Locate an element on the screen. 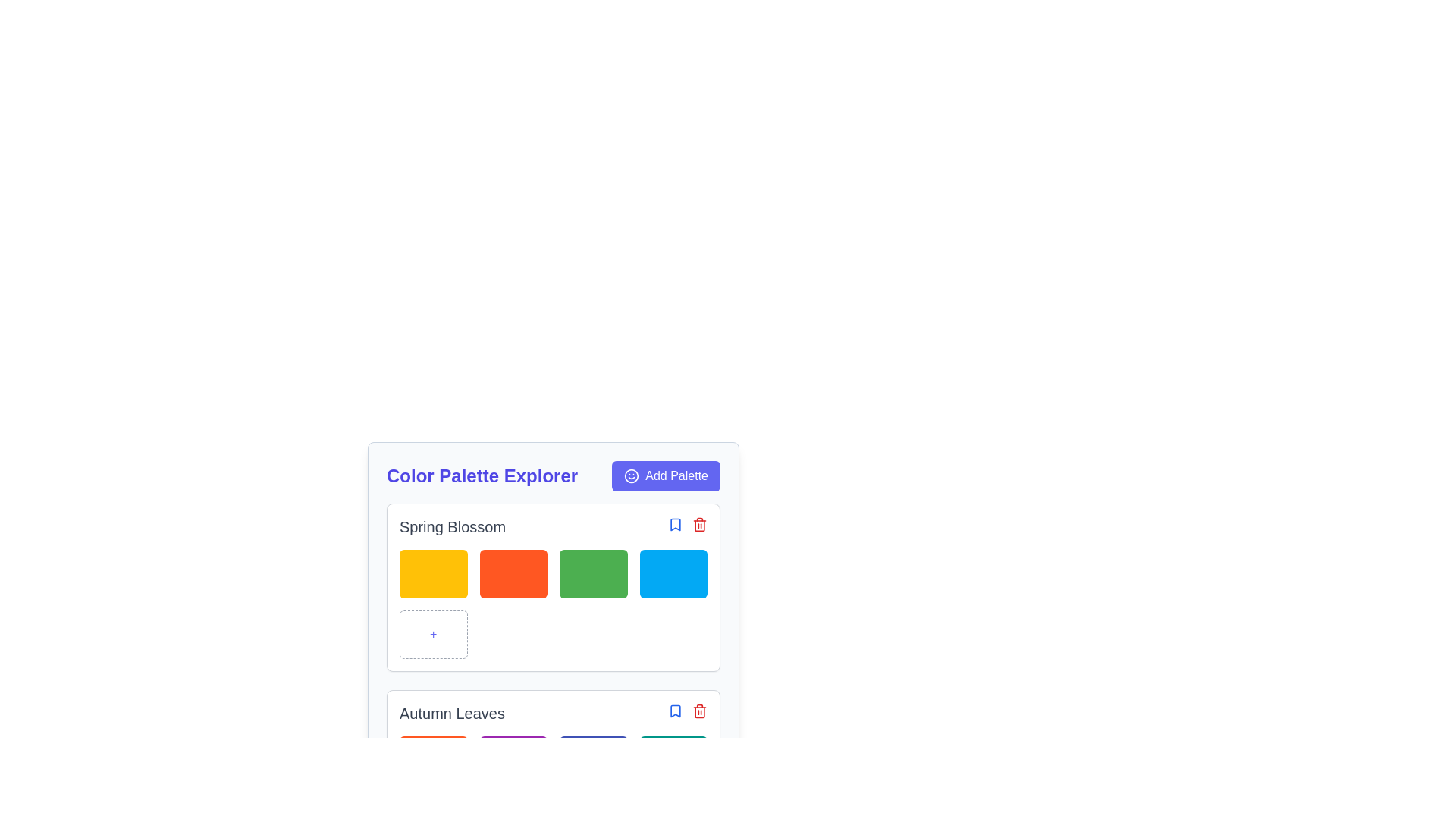  the trash icon located to the far right of the 'Spring Blossom' palette header is located at coordinates (698, 523).